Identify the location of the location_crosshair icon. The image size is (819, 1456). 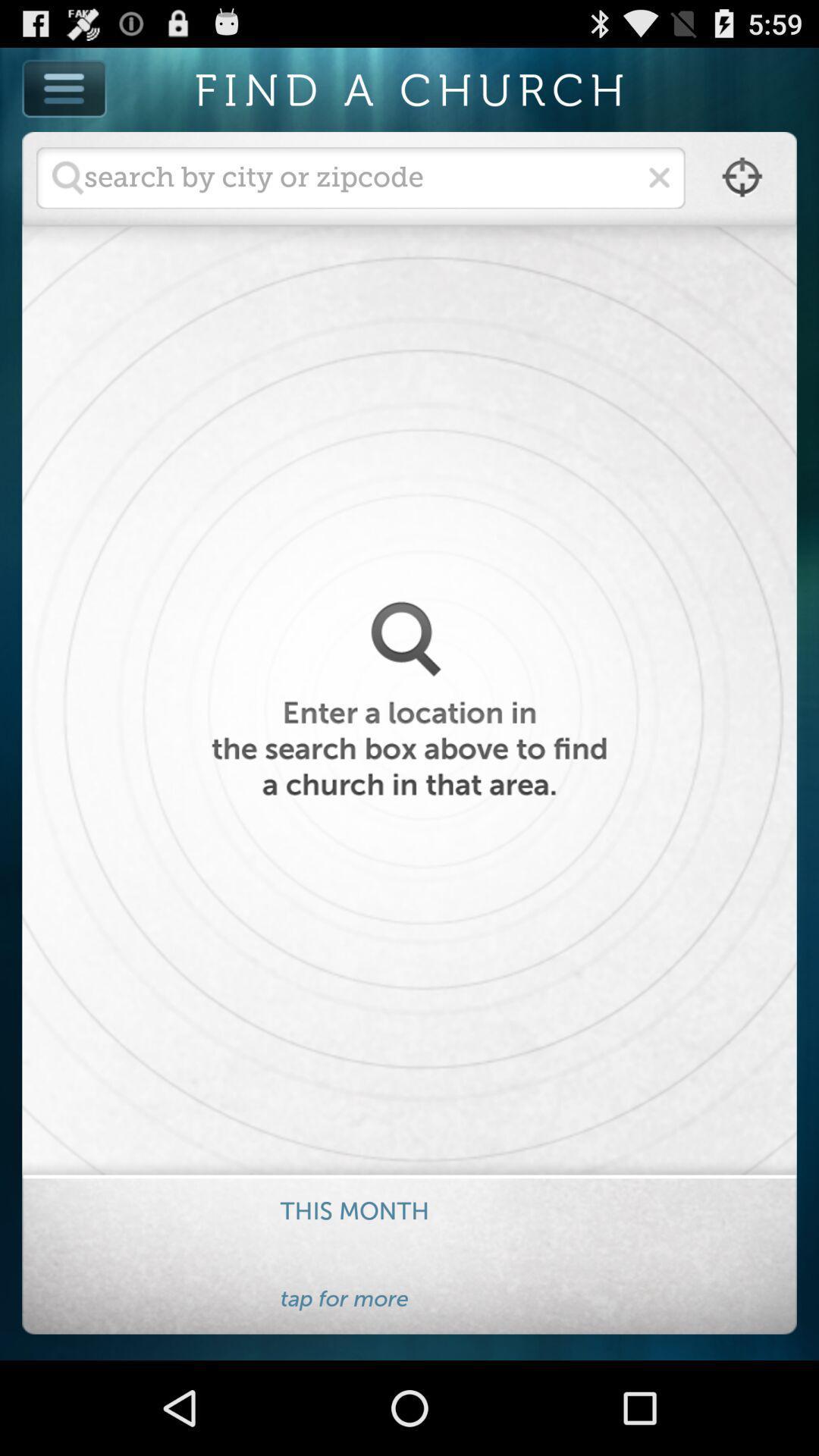
(741, 190).